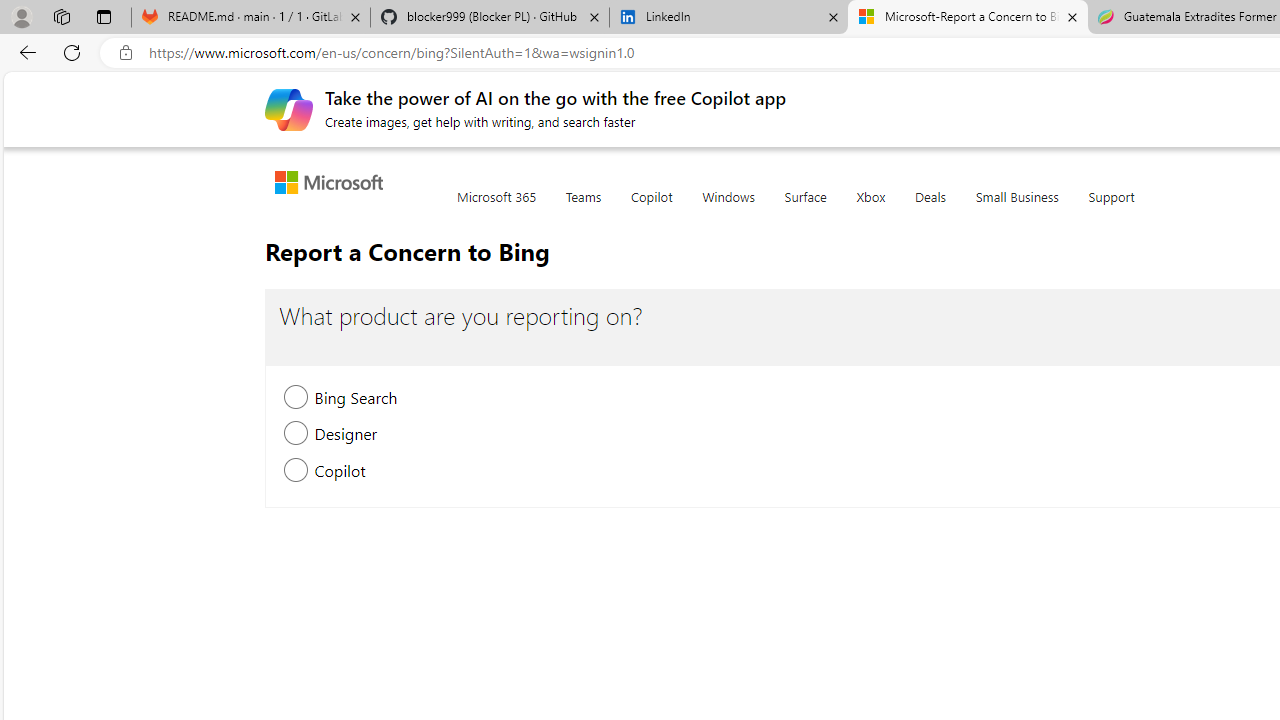 This screenshot has height=720, width=1280. What do you see at coordinates (727, 208) in the screenshot?
I see `'Windows'` at bounding box center [727, 208].